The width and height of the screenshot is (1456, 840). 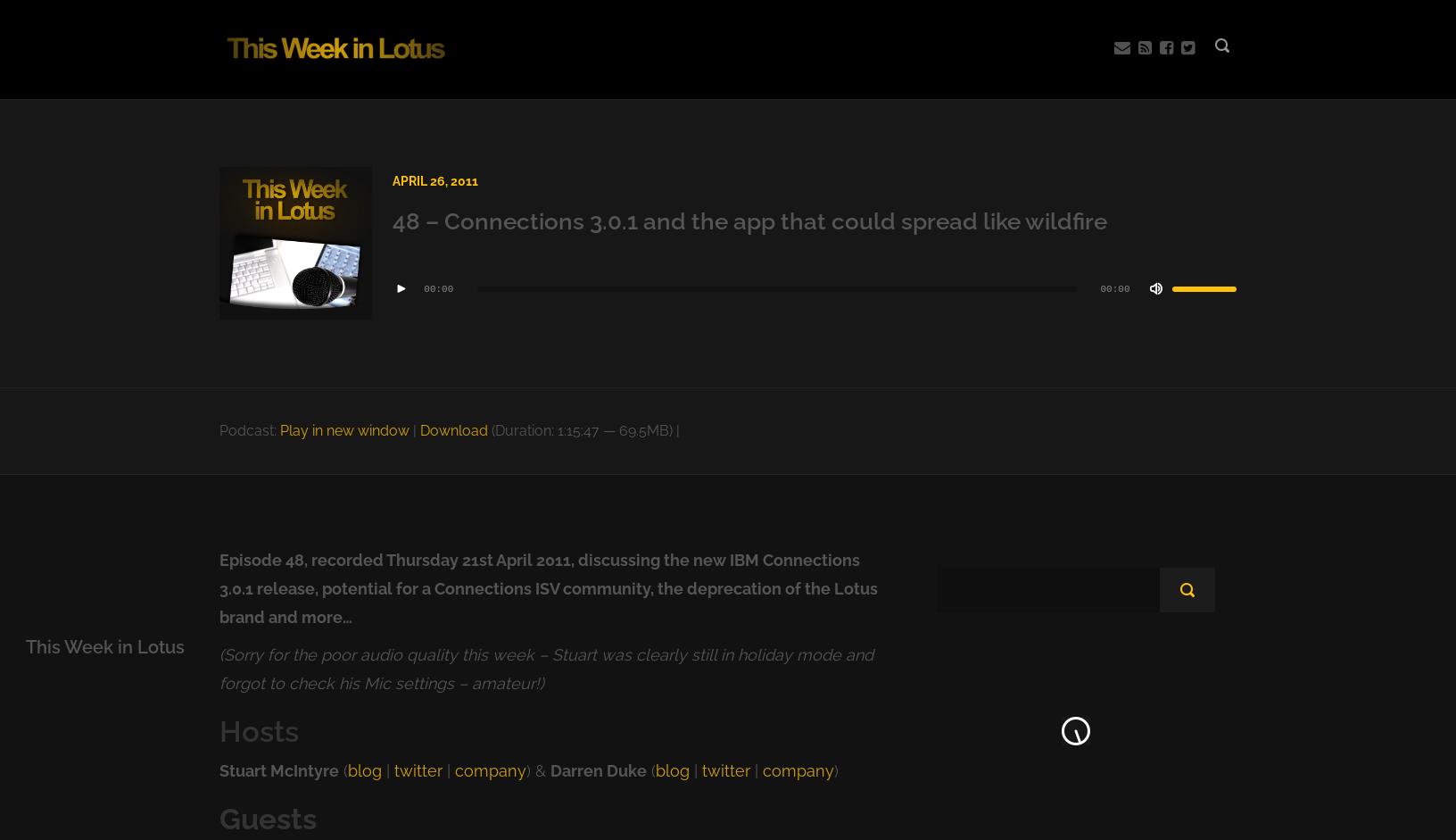 I want to click on 'This Week in Lotus', so click(x=104, y=647).